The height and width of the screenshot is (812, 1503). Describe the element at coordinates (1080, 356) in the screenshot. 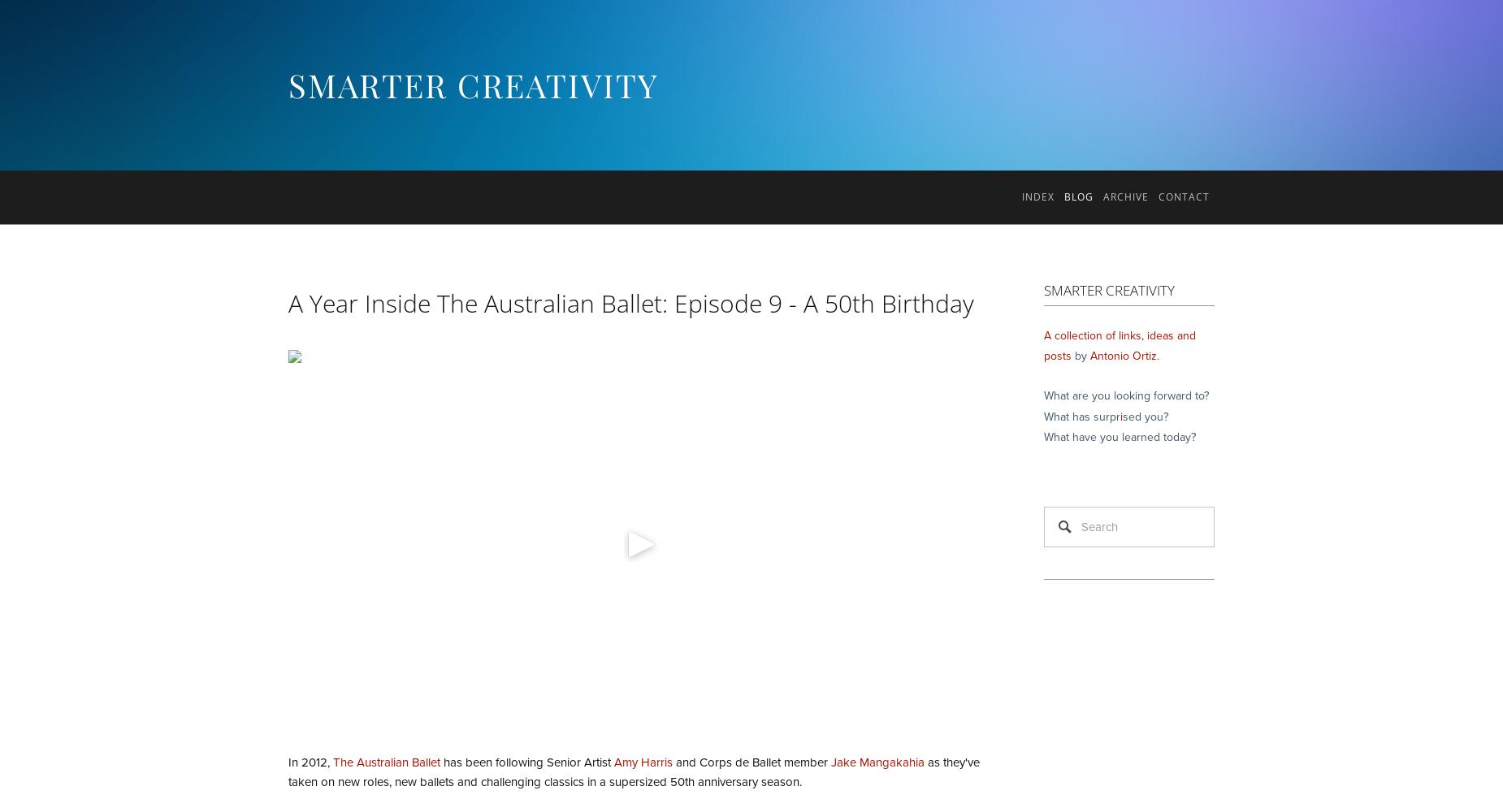

I see `'by'` at that location.